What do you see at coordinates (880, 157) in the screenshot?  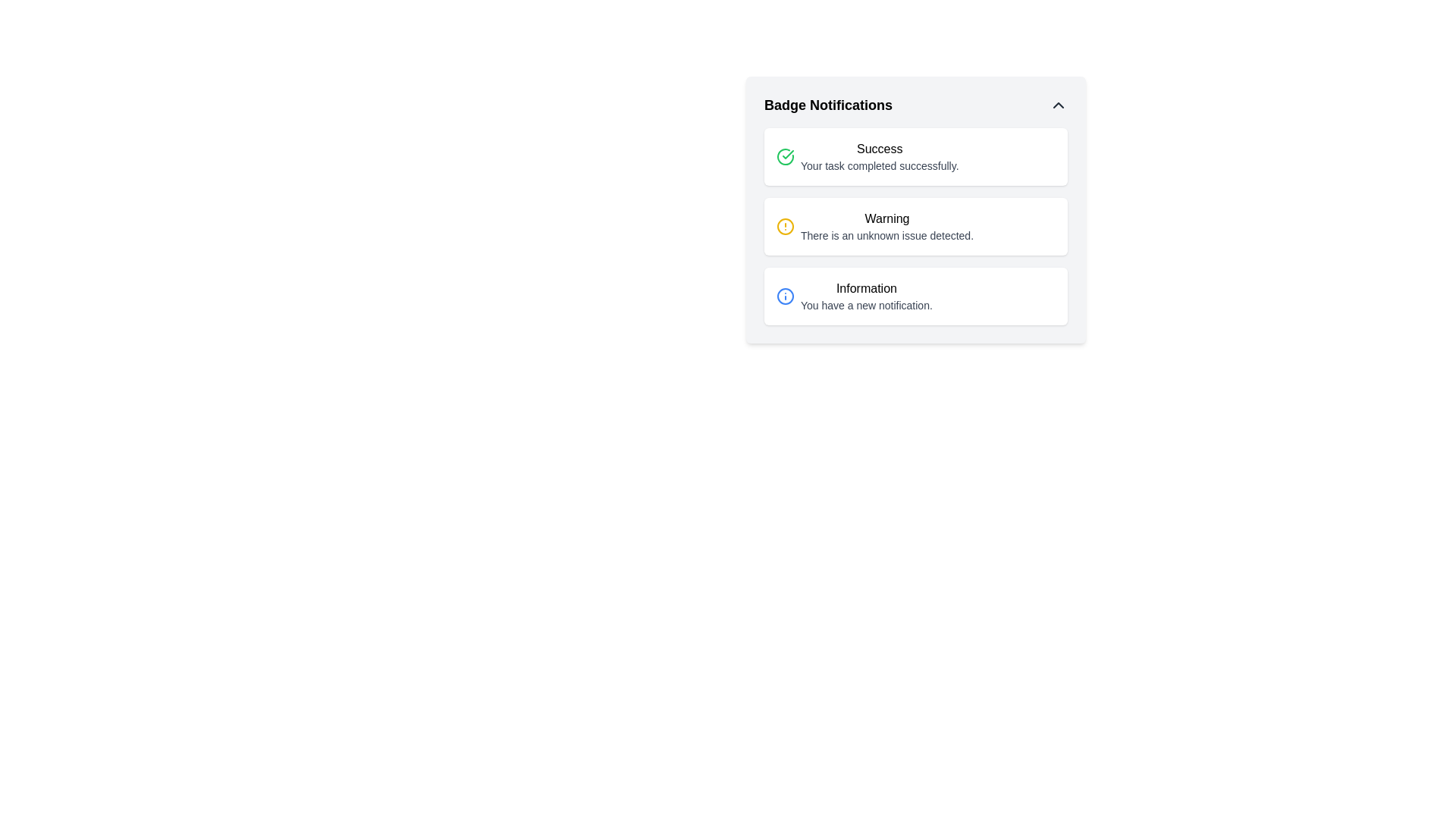 I see `the notification message displaying 'Success' with the description 'Your task completed successfully.' by clicking on it` at bounding box center [880, 157].